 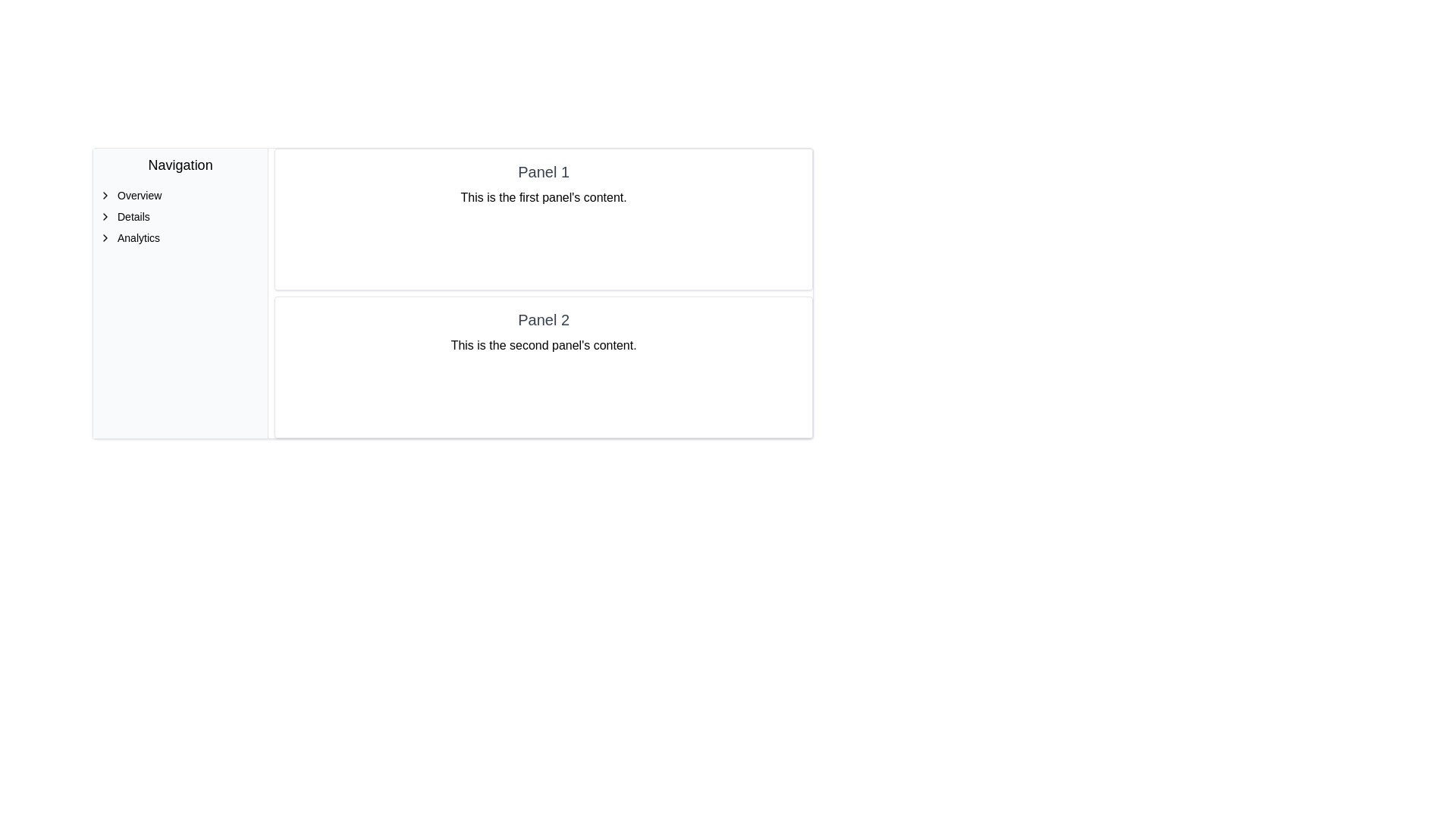 What do you see at coordinates (544, 345) in the screenshot?
I see `the Static Text displaying the message 'This is the second panel's content.' located below the title 'Panel 2' in the second content panel` at bounding box center [544, 345].